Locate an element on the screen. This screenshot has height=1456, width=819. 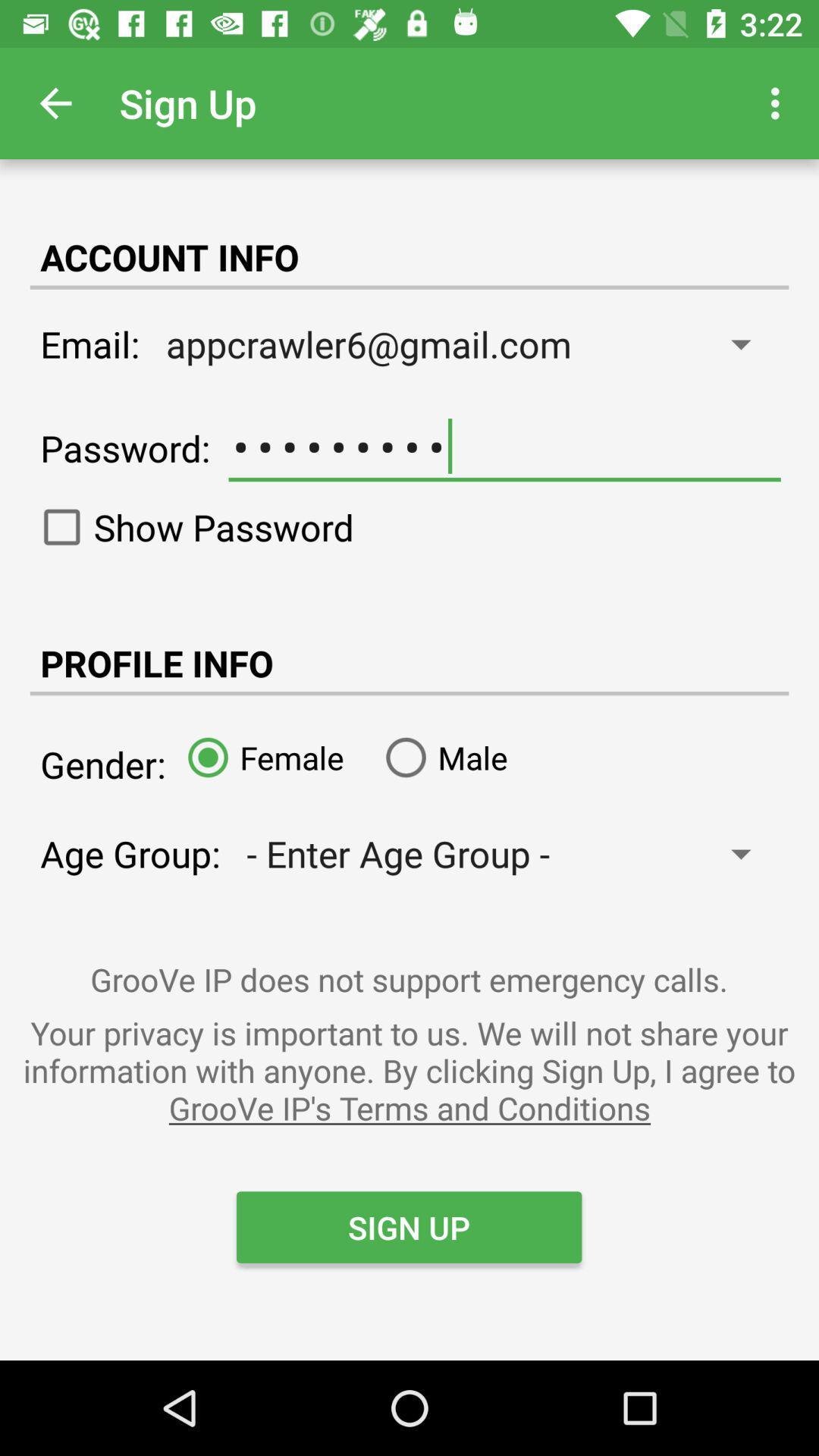
item to the left of male icon is located at coordinates (259, 757).